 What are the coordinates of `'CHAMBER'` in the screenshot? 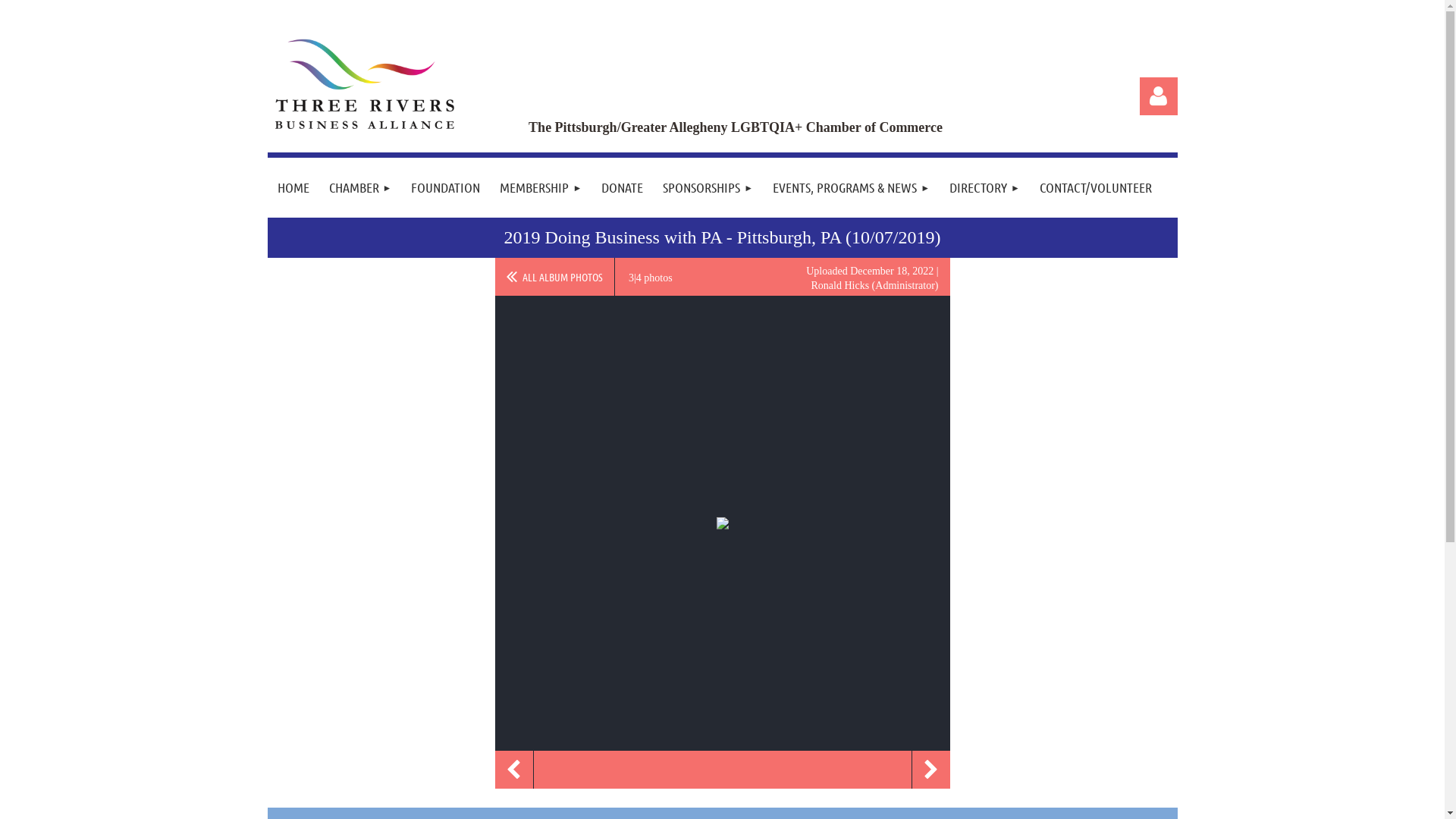 It's located at (359, 187).